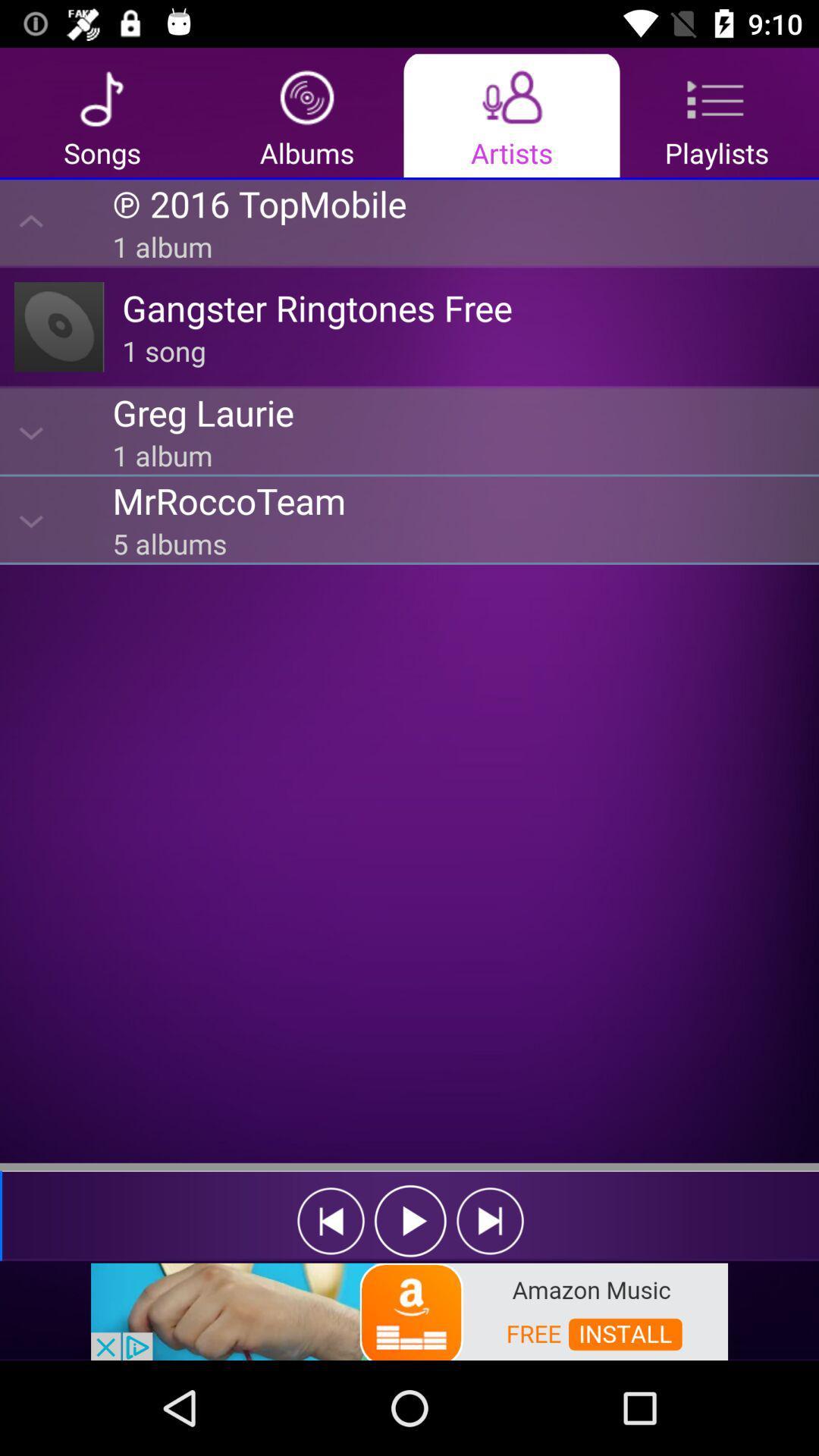 The height and width of the screenshot is (1456, 819). Describe the element at coordinates (307, 114) in the screenshot. I see `albums option at top` at that location.